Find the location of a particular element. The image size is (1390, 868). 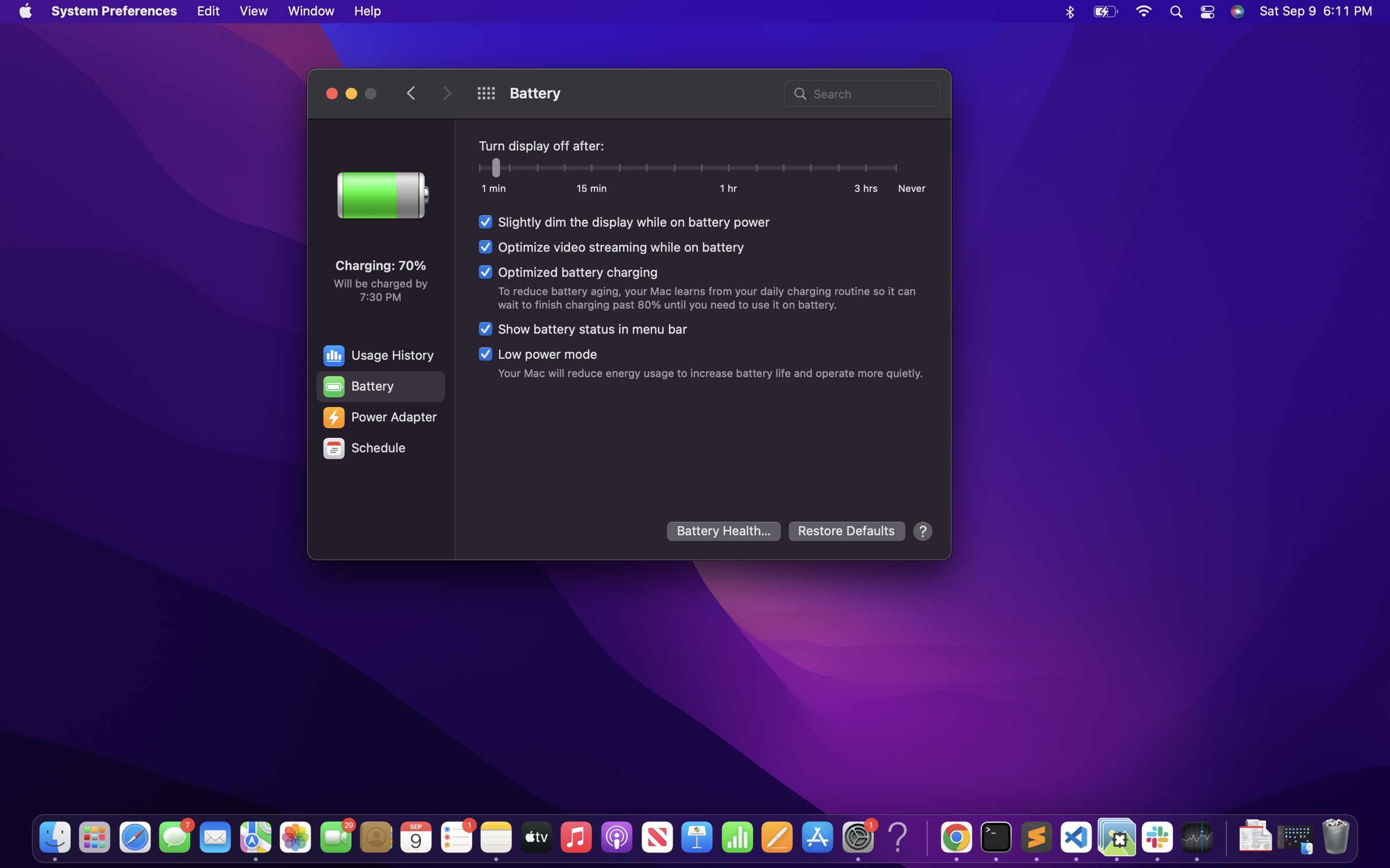

the "optimized battery charging" feature is located at coordinates (566, 272).